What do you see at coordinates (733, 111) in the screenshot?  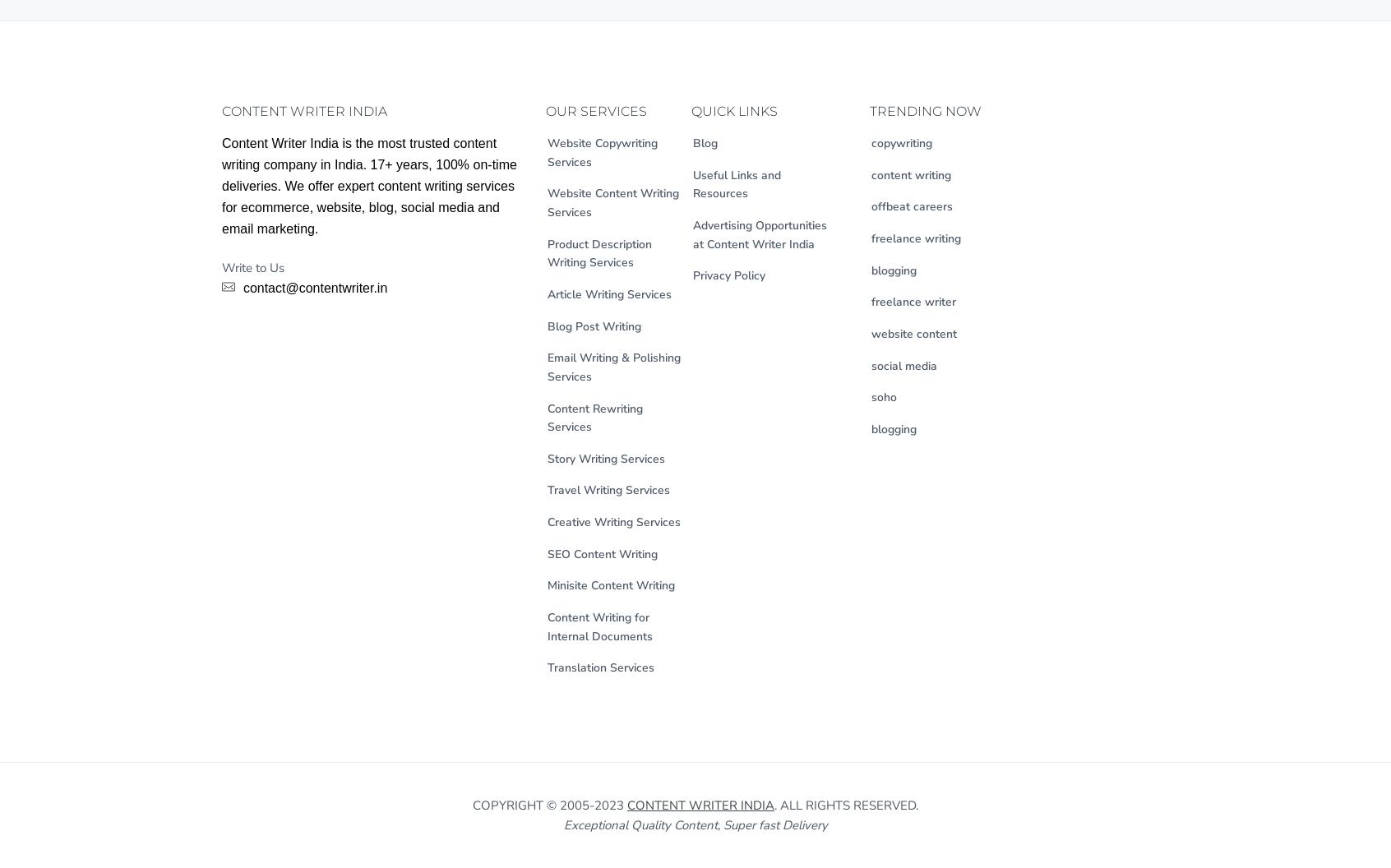 I see `'QUICK LINKS'` at bounding box center [733, 111].